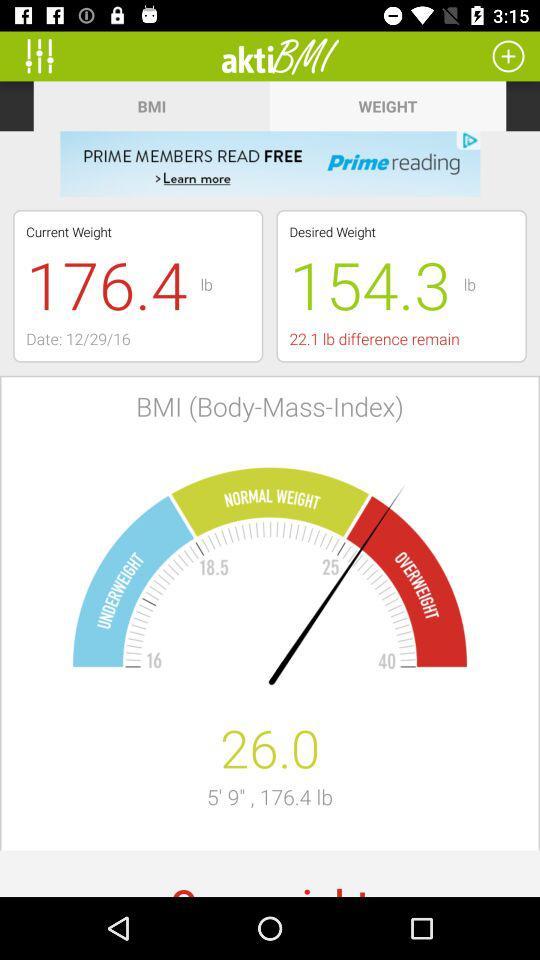  Describe the element at coordinates (46, 55) in the screenshot. I see `adjust bmi` at that location.